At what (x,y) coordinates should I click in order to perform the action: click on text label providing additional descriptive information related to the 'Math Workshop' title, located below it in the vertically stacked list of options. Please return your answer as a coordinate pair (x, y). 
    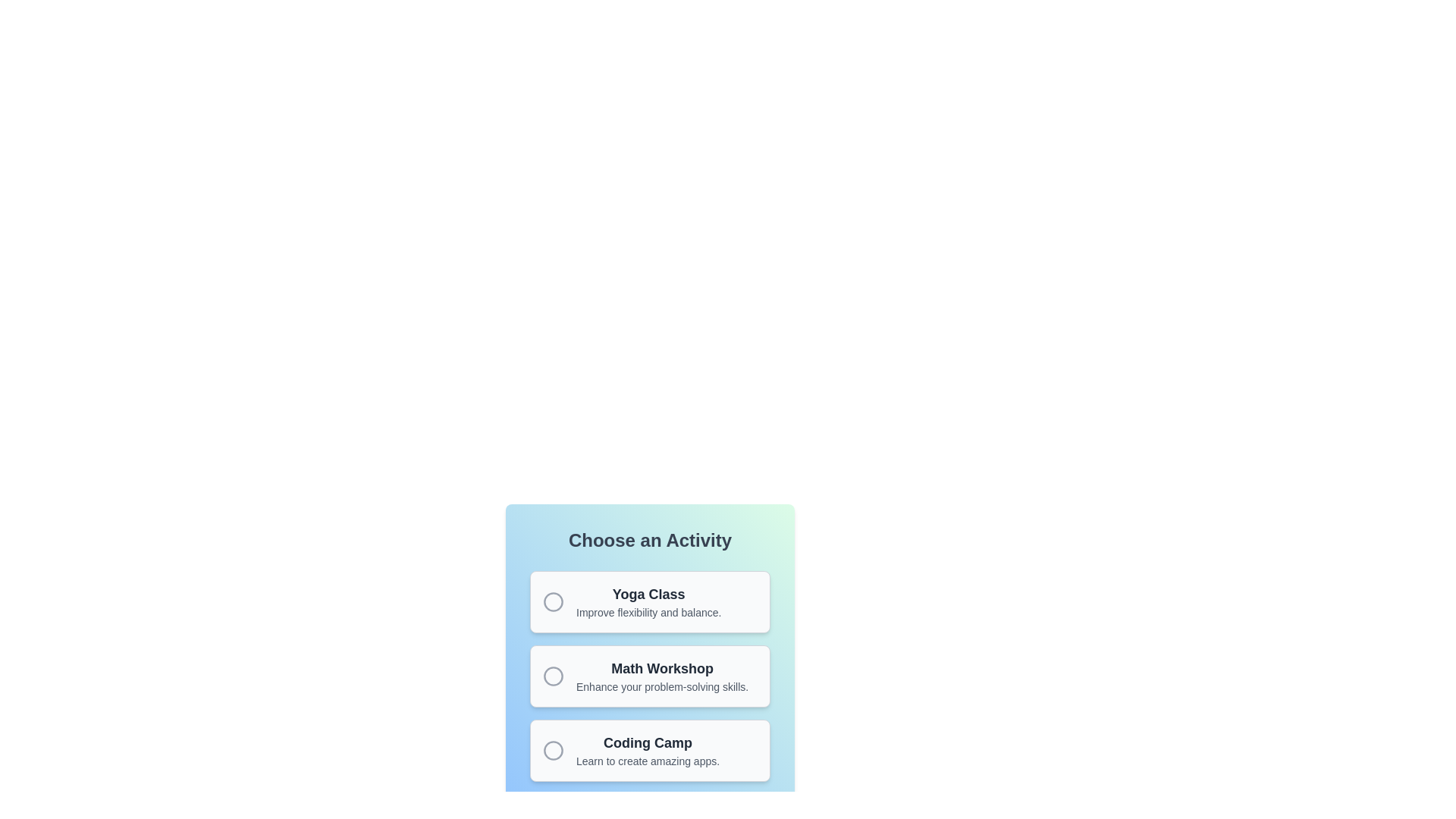
    Looking at the image, I should click on (662, 687).